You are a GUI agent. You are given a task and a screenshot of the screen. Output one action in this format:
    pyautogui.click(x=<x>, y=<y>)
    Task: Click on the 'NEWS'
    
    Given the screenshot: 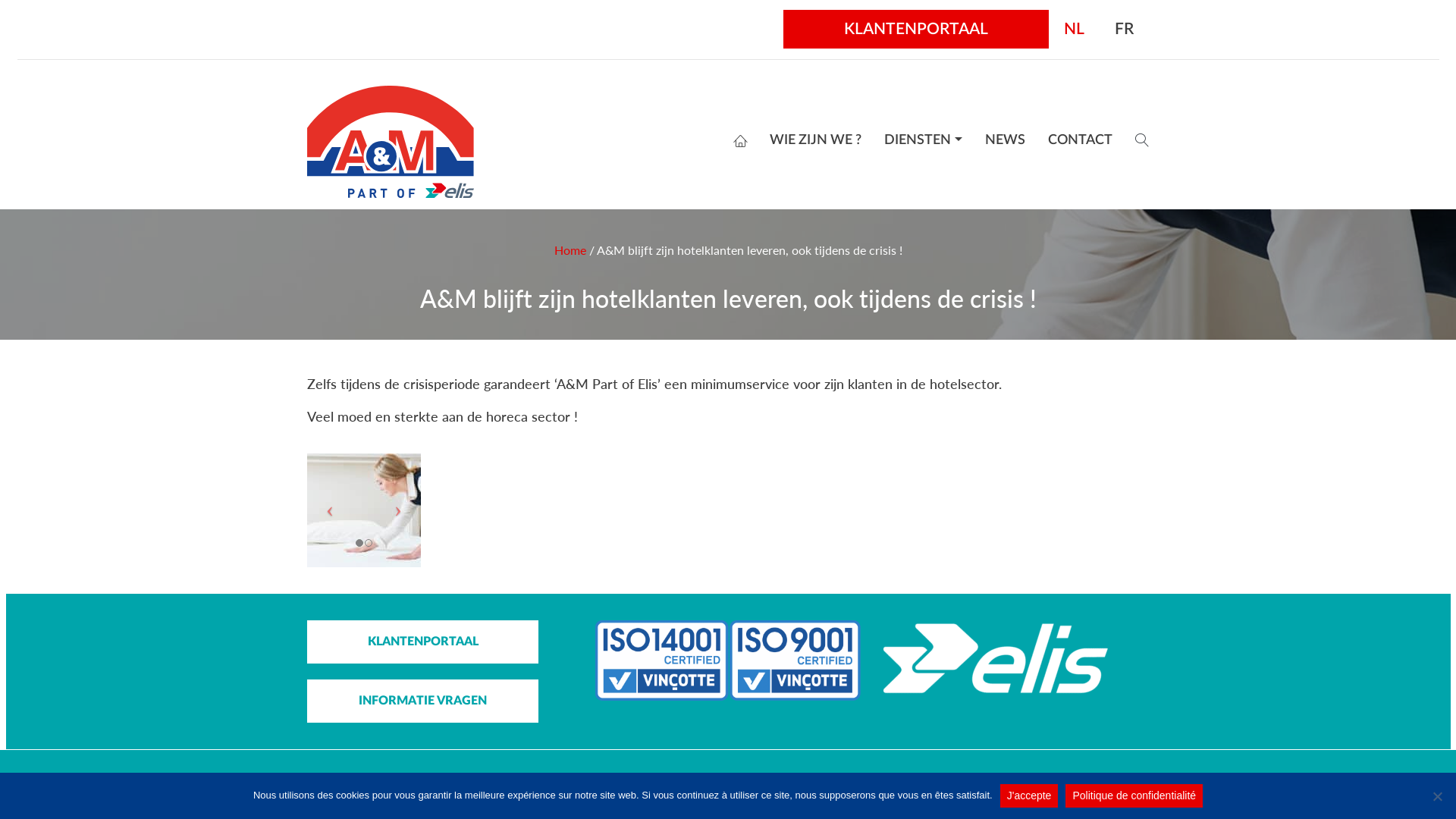 What is the action you would take?
    pyautogui.click(x=1005, y=140)
    